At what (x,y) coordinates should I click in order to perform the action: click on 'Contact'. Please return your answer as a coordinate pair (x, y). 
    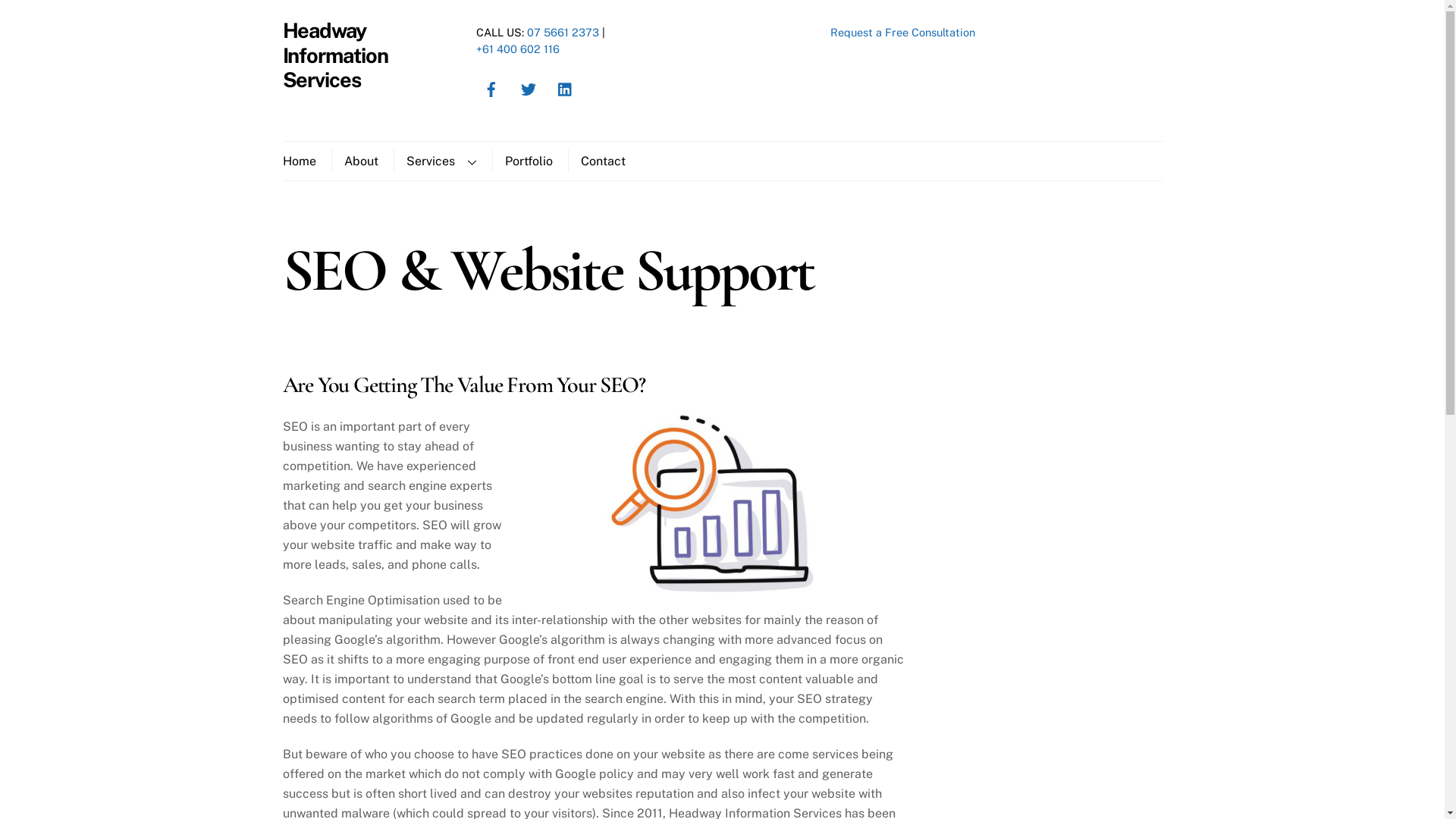
    Looking at the image, I should click on (601, 161).